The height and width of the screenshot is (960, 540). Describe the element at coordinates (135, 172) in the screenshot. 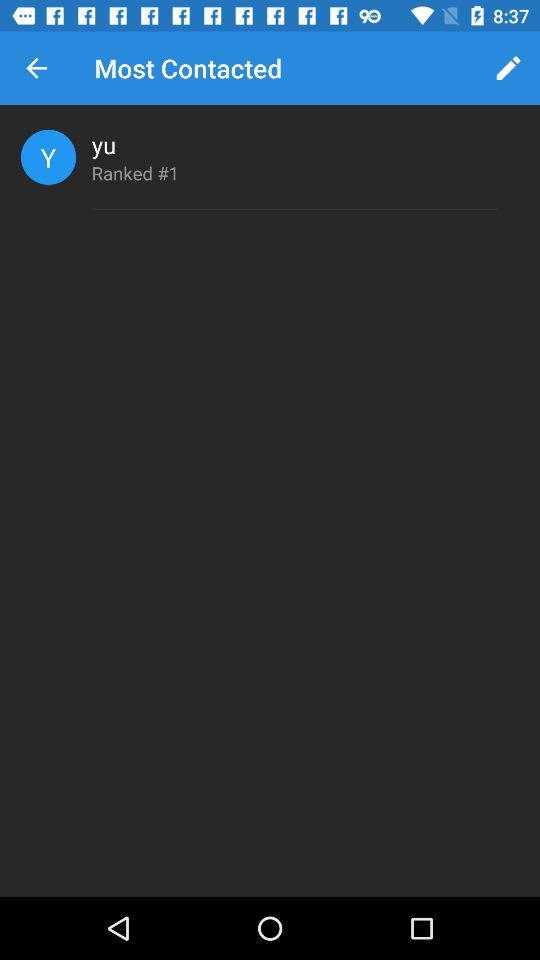

I see `the ranked #1` at that location.